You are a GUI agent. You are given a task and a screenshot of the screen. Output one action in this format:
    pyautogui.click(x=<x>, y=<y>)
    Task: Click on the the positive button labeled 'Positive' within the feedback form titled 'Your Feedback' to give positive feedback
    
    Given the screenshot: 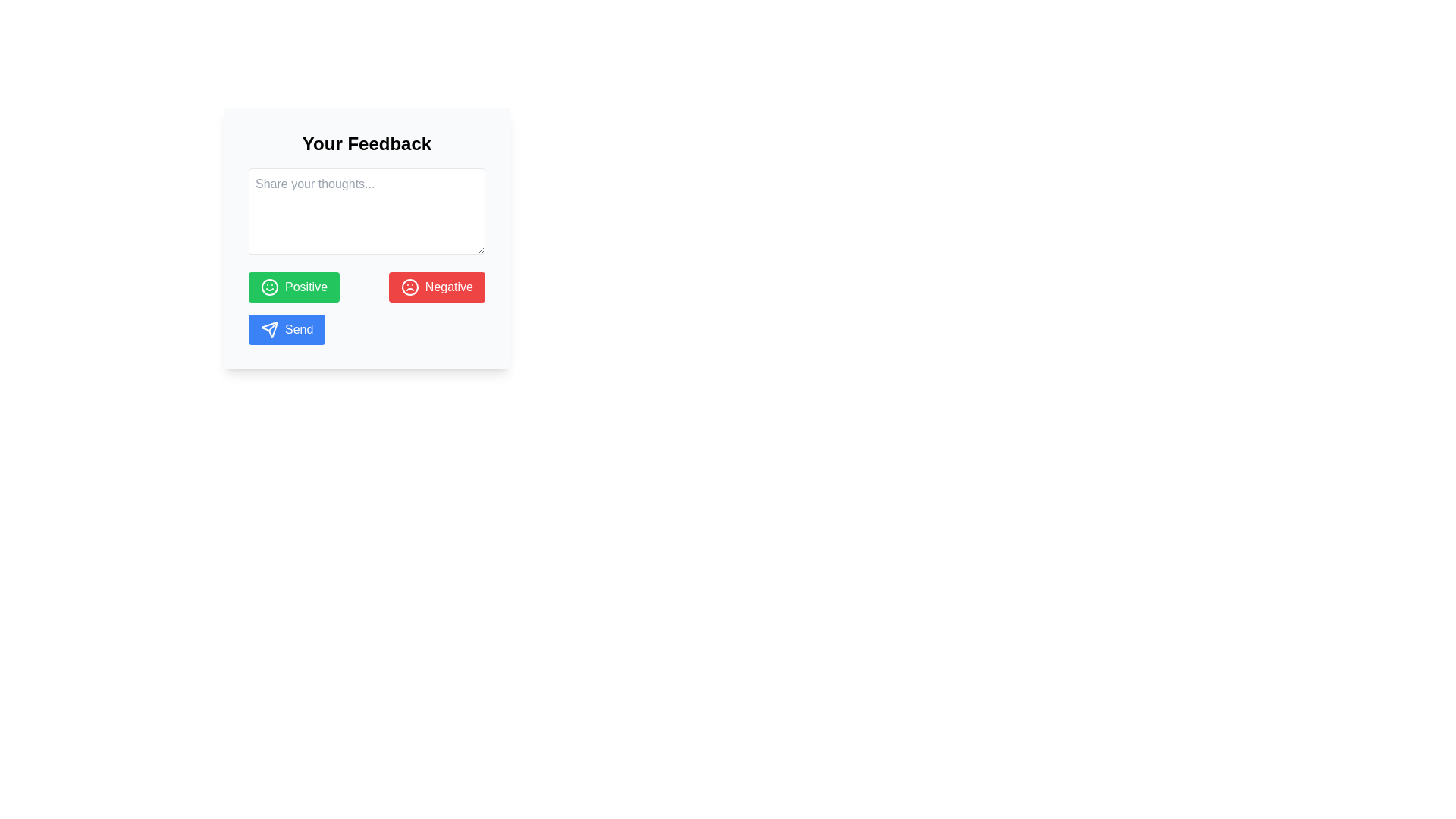 What is the action you would take?
    pyautogui.click(x=367, y=287)
    